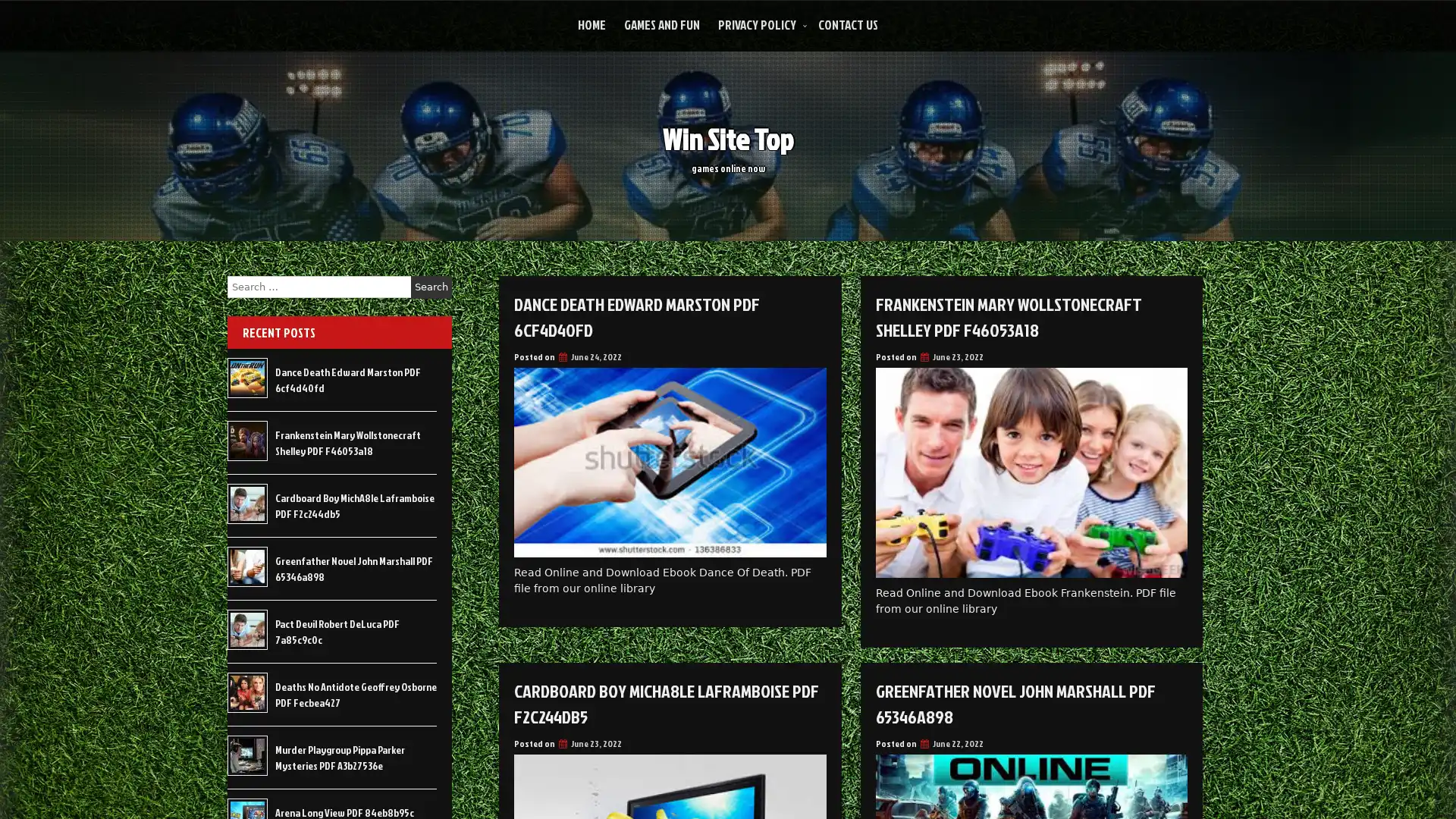  I want to click on Search, so click(431, 287).